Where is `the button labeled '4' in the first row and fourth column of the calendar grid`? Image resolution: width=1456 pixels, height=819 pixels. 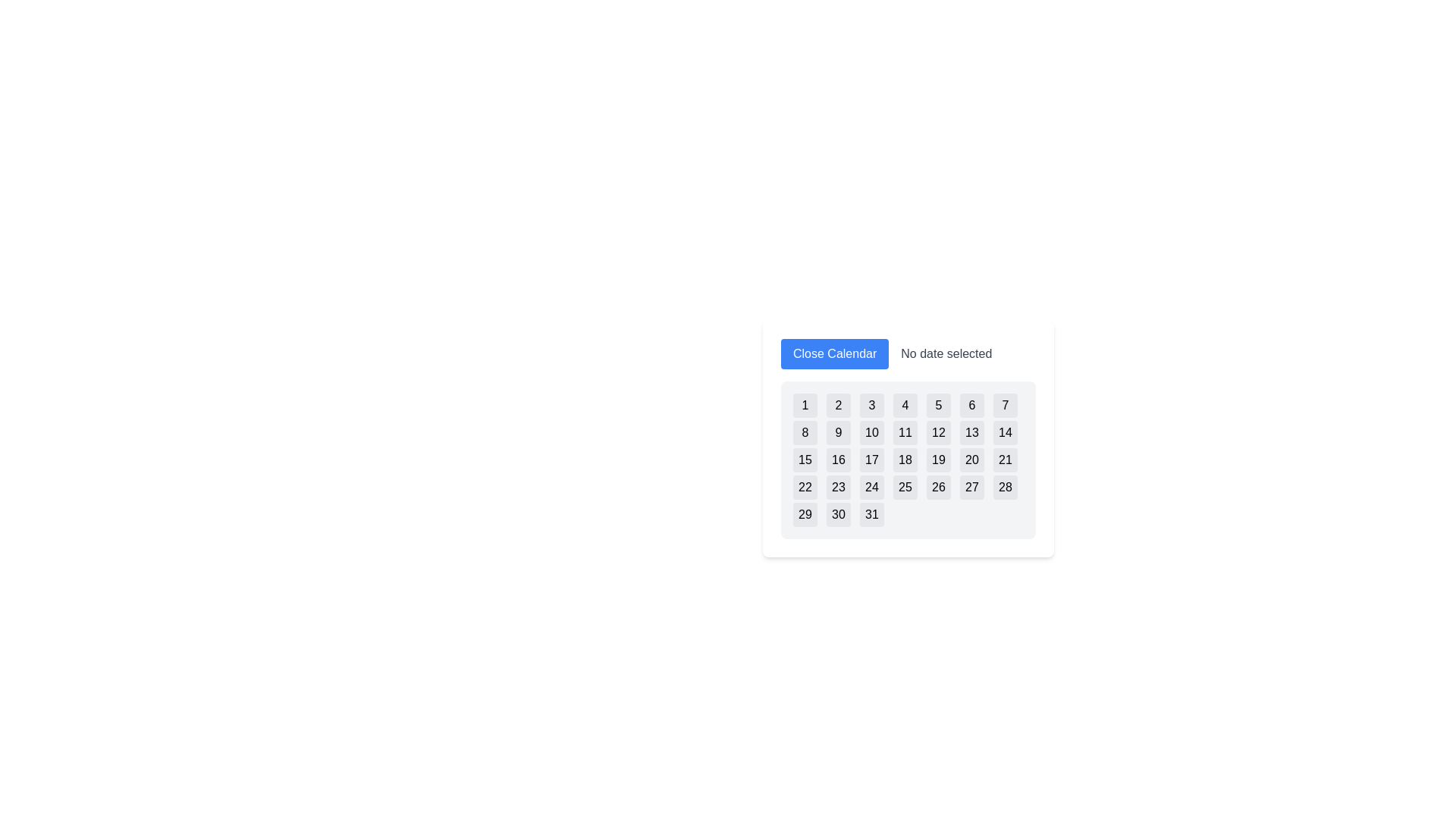 the button labeled '4' in the first row and fourth column of the calendar grid is located at coordinates (905, 405).